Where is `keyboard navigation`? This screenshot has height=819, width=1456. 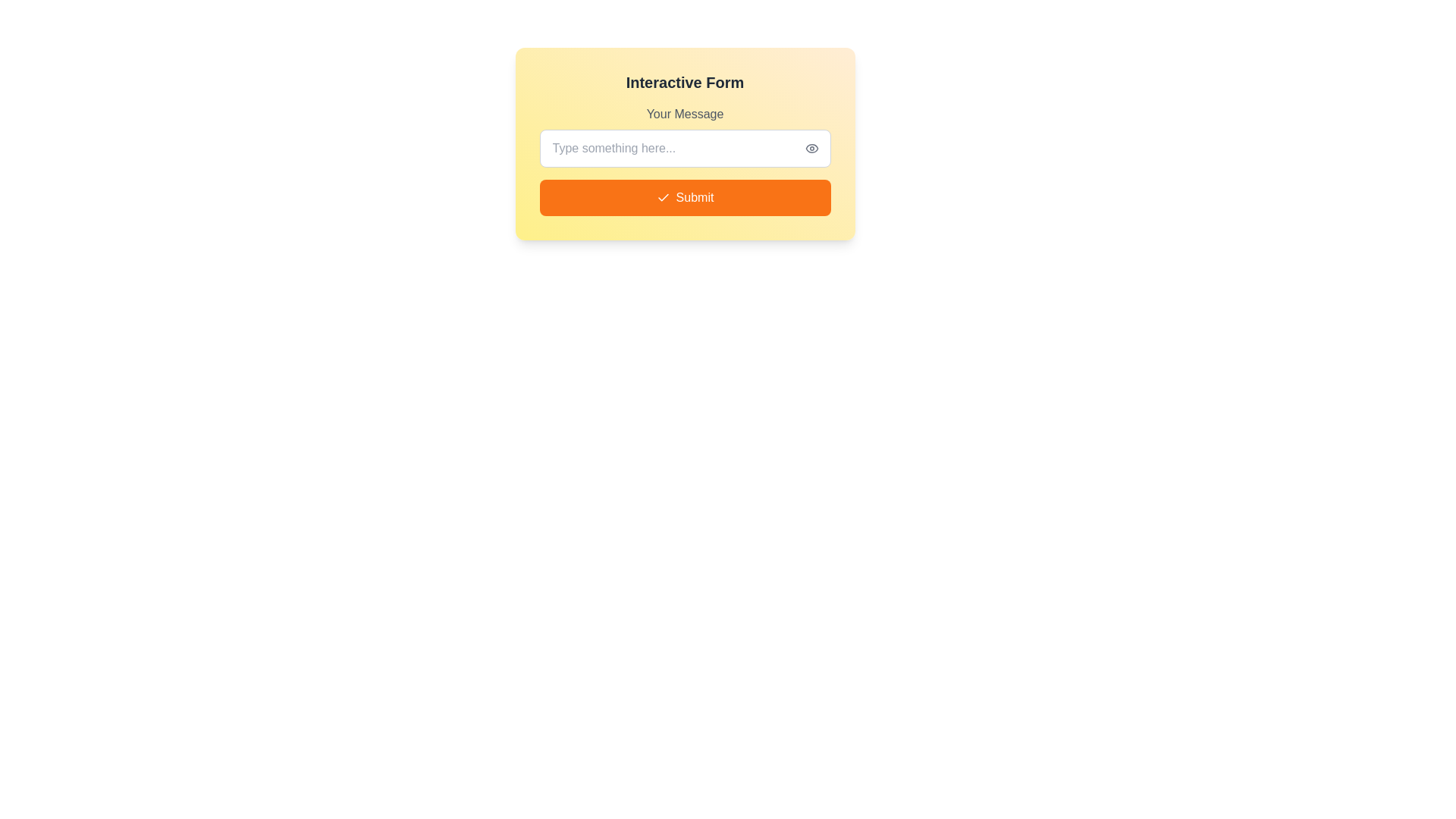
keyboard navigation is located at coordinates (684, 197).